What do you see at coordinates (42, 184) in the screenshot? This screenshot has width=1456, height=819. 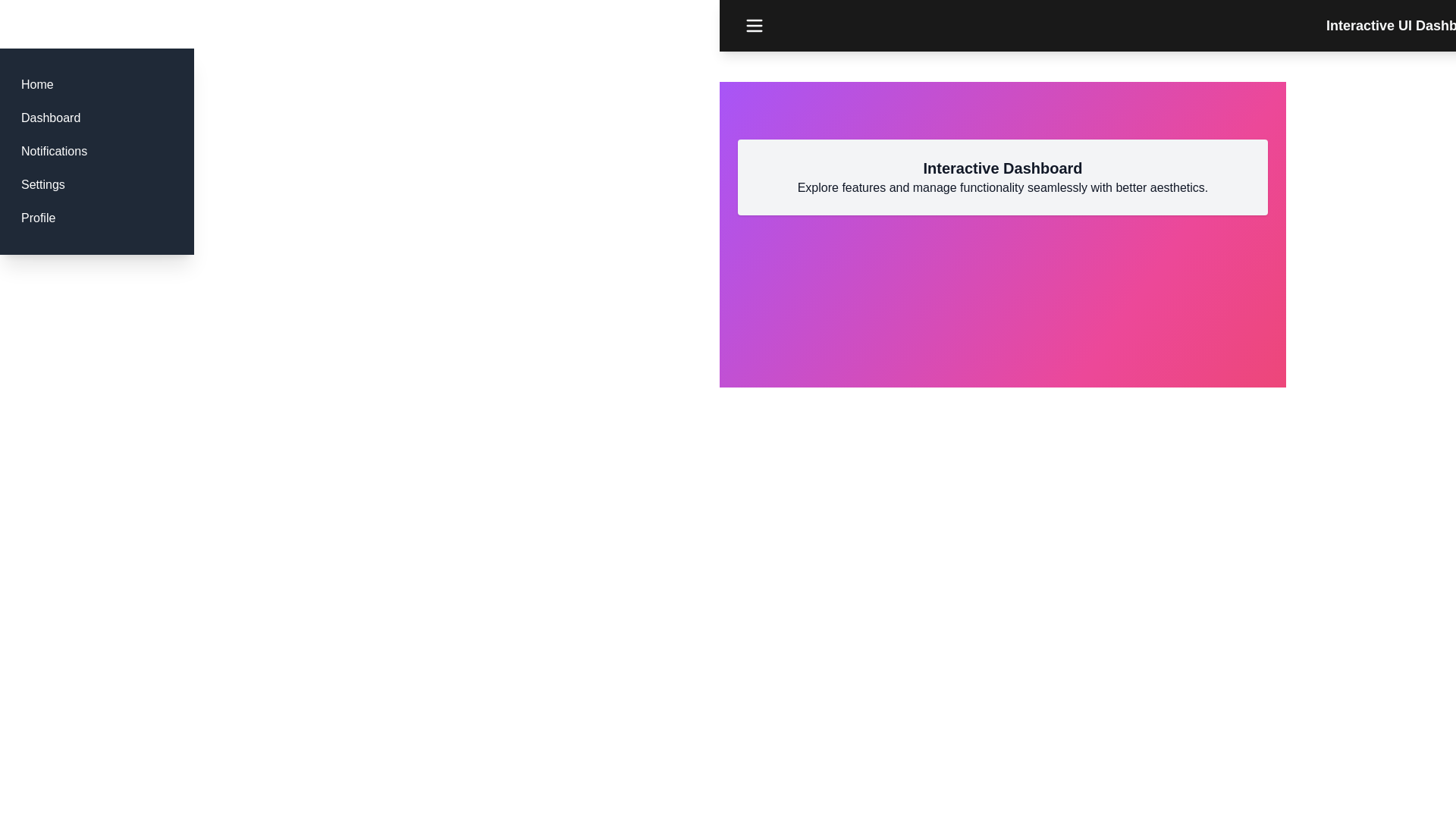 I see `the menu item Settings from the side navigation menu` at bounding box center [42, 184].